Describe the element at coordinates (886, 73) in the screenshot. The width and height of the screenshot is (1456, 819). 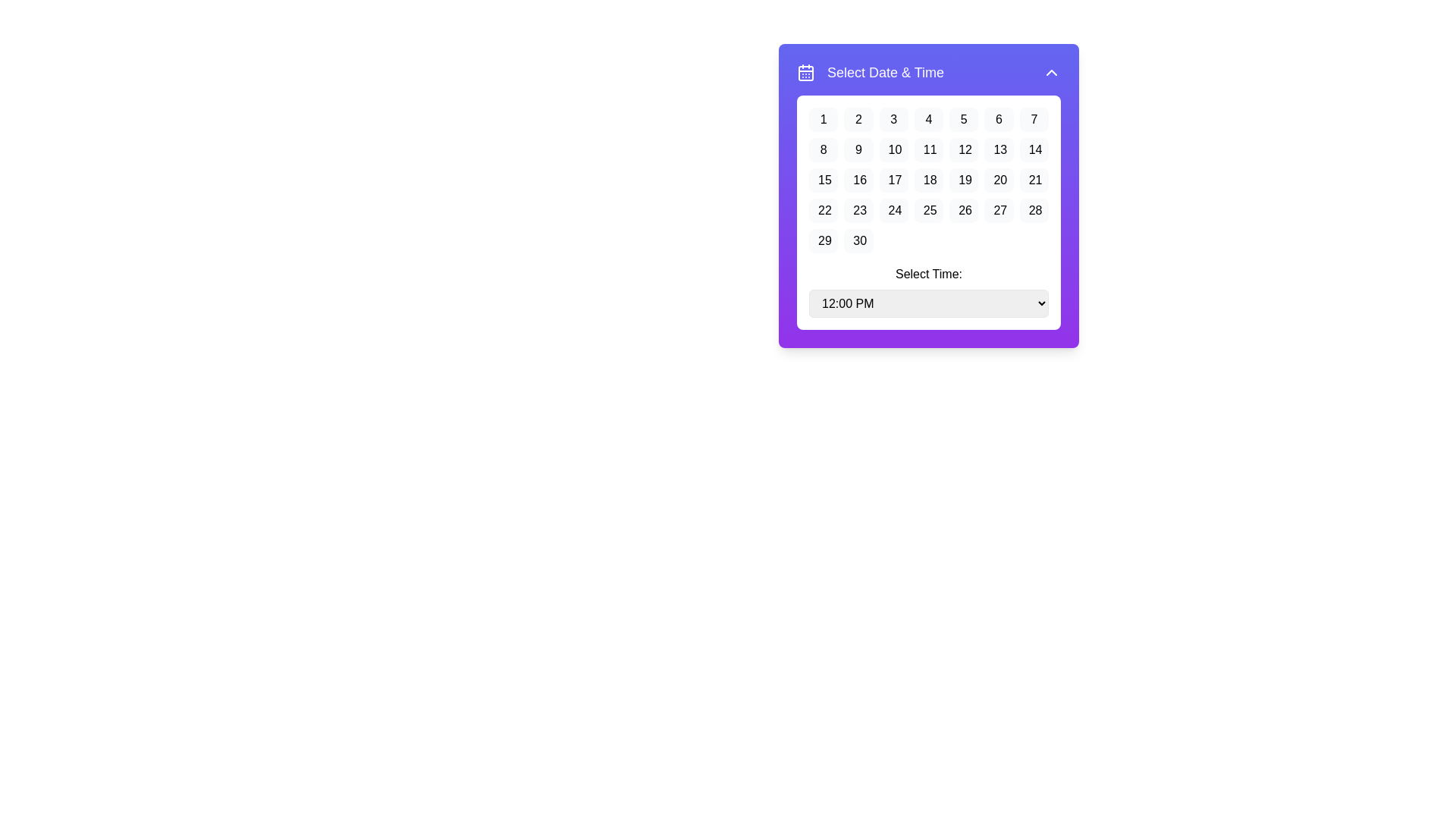
I see `the text label that serves as a header for selecting a date and time, positioned to the right of the calendar icon within the purple rectangular widget` at that location.